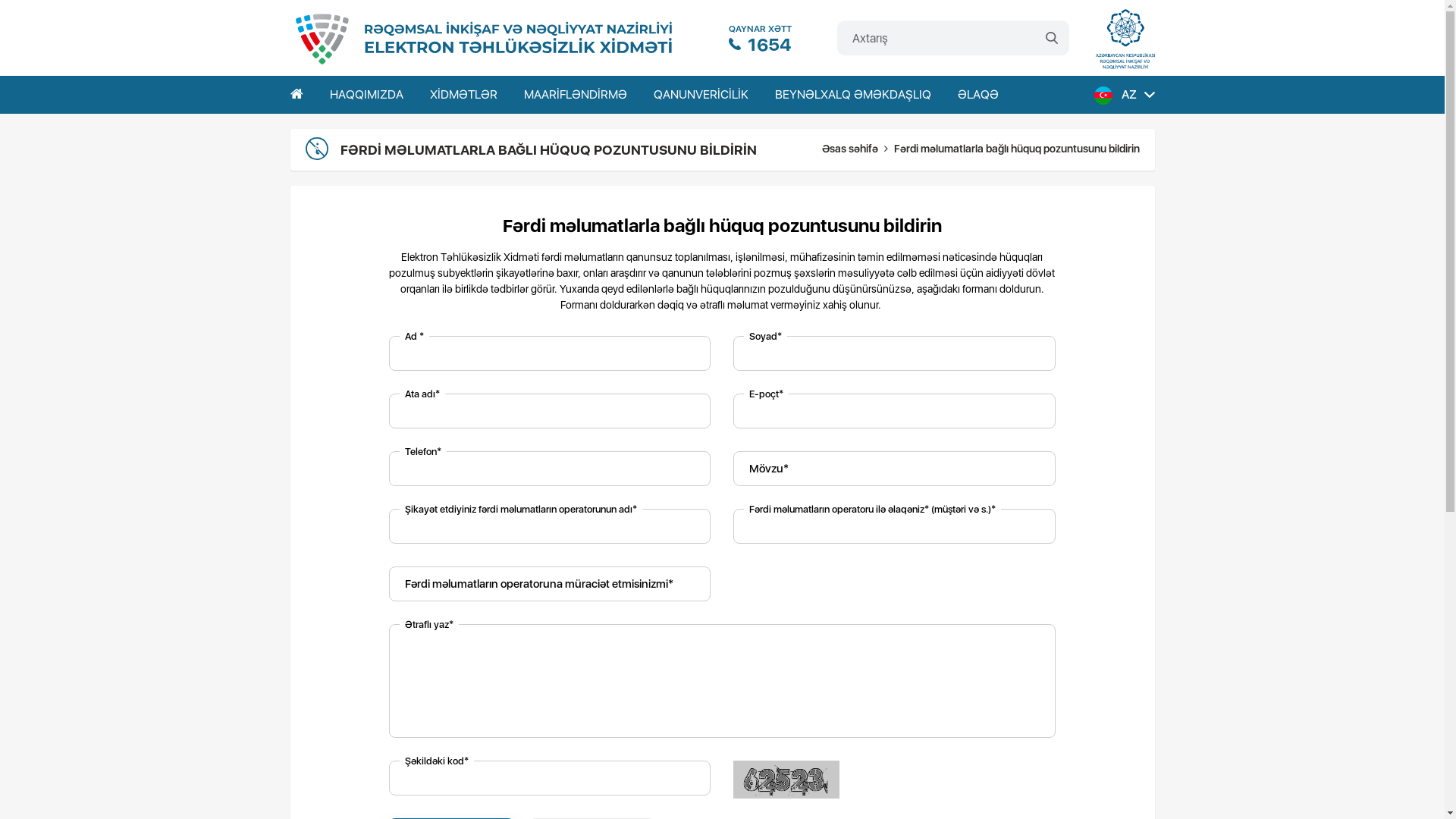 Image resolution: width=1456 pixels, height=819 pixels. What do you see at coordinates (366, 94) in the screenshot?
I see `'HAQQIMIZDA'` at bounding box center [366, 94].